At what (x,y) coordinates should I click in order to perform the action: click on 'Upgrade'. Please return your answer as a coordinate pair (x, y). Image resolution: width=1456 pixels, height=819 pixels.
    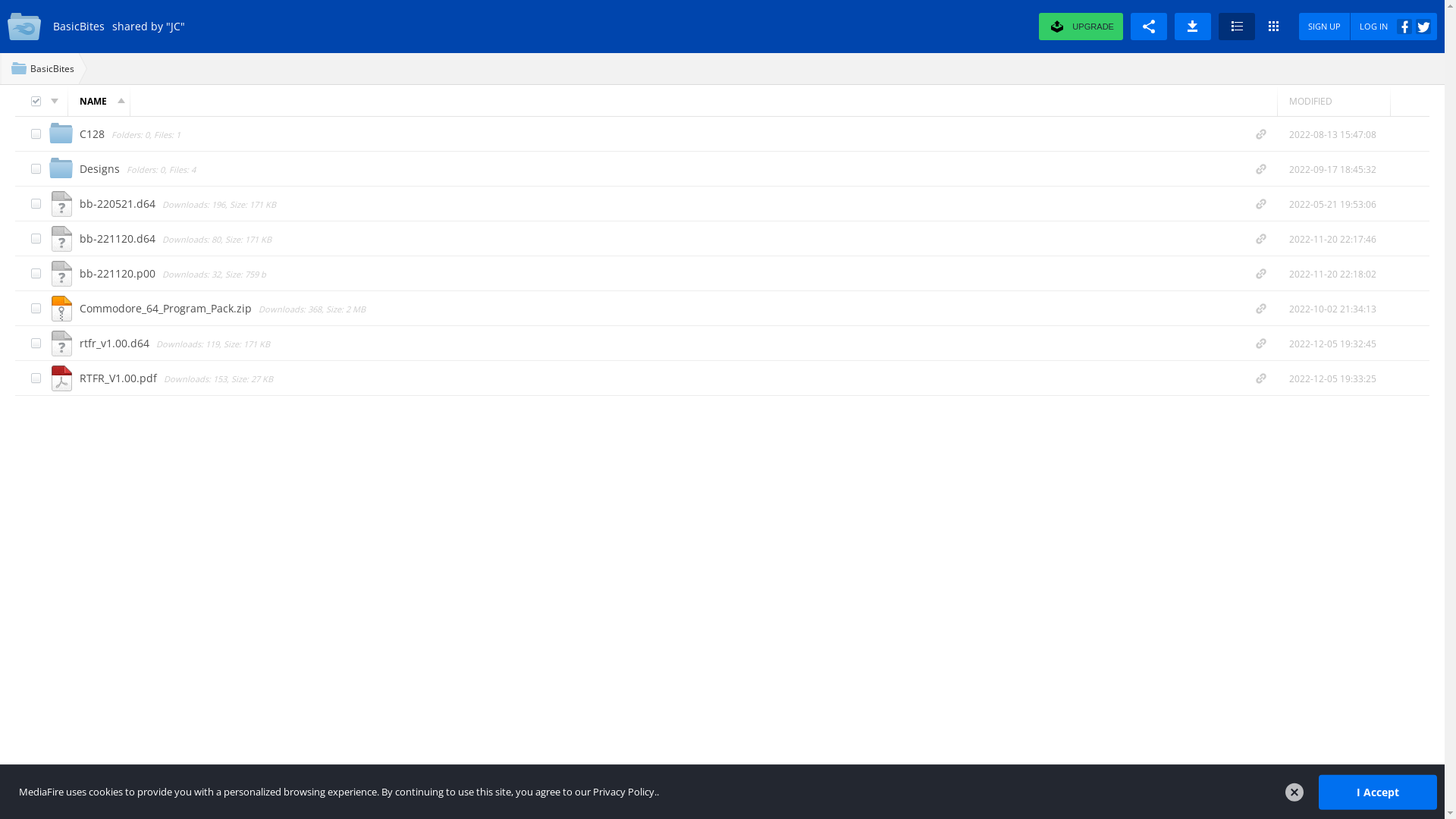
    Looking at the image, I should click on (1066, 26).